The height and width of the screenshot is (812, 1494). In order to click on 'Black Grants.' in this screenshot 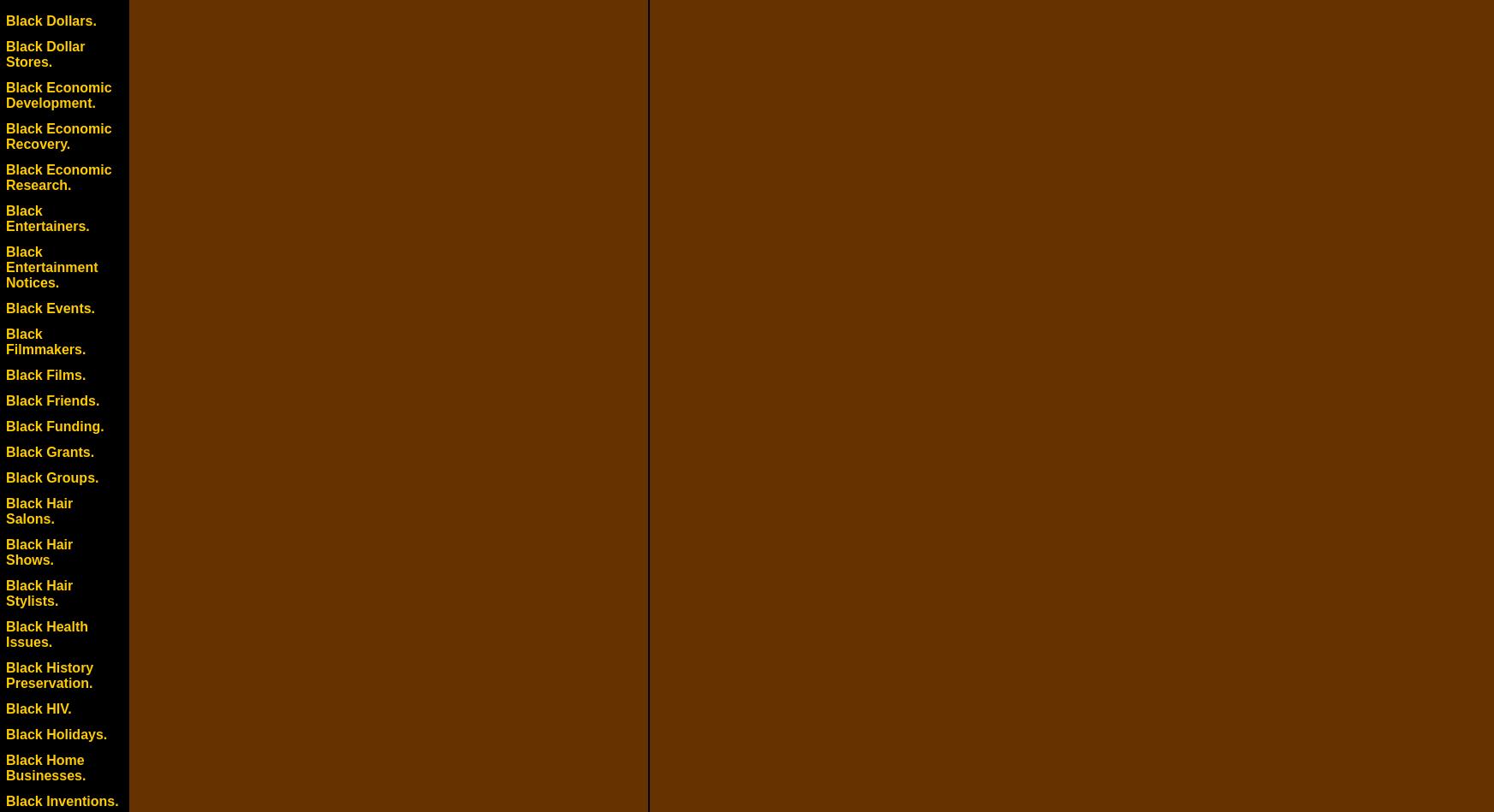, I will do `click(49, 451)`.